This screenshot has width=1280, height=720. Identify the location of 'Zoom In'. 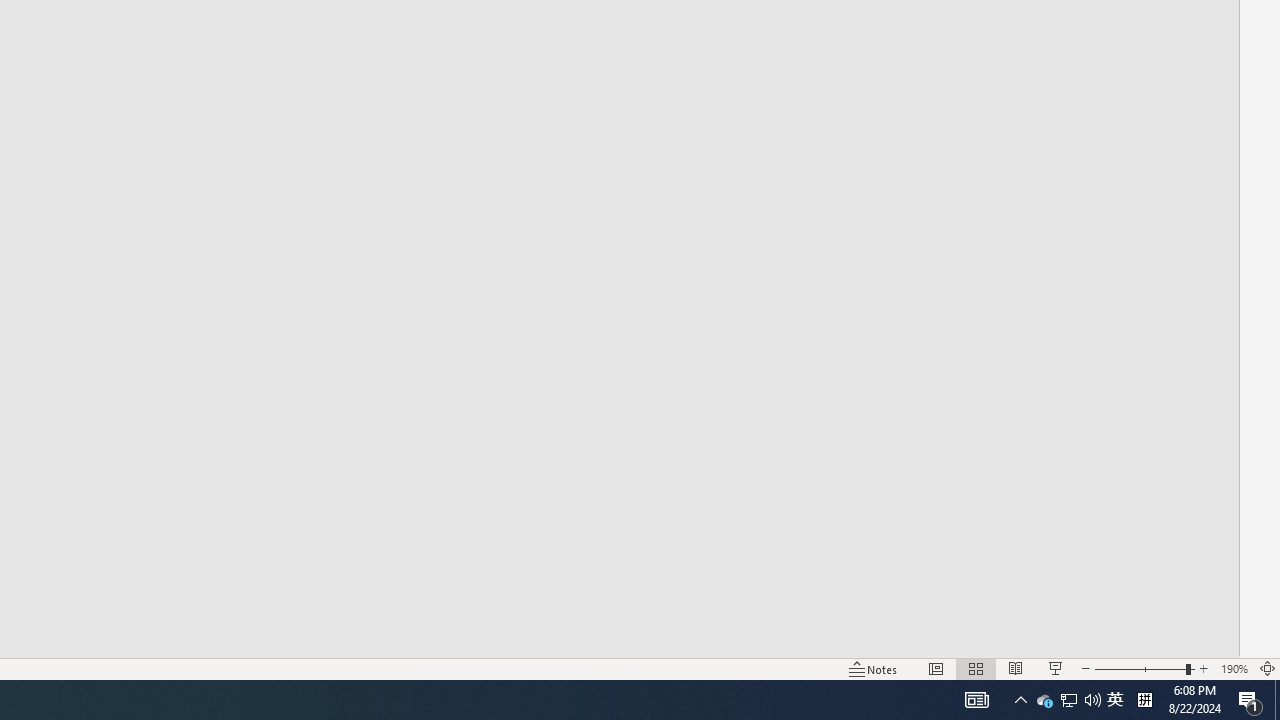
(1203, 669).